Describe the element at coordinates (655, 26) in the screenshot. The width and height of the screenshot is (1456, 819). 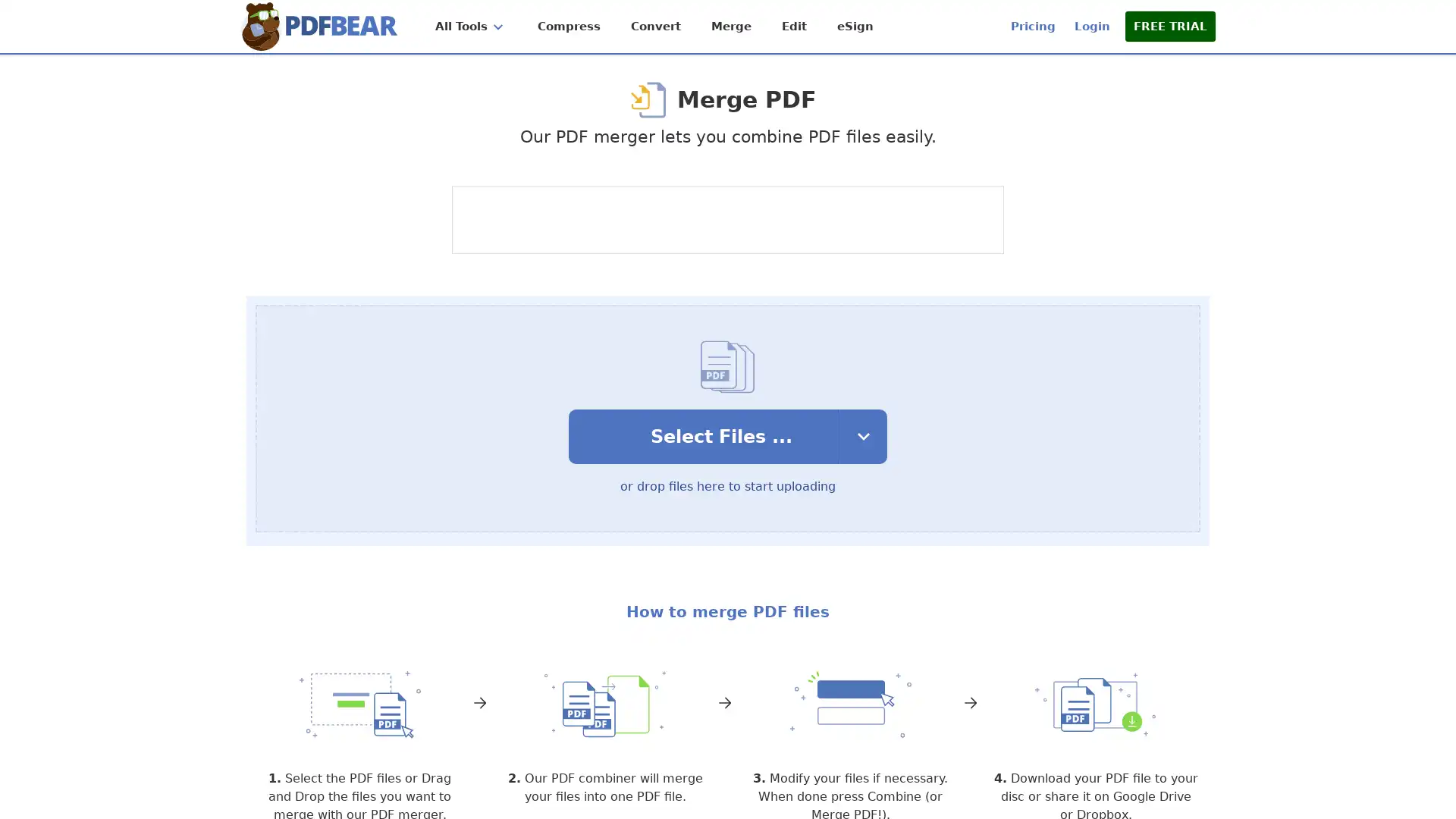
I see `Convert` at that location.